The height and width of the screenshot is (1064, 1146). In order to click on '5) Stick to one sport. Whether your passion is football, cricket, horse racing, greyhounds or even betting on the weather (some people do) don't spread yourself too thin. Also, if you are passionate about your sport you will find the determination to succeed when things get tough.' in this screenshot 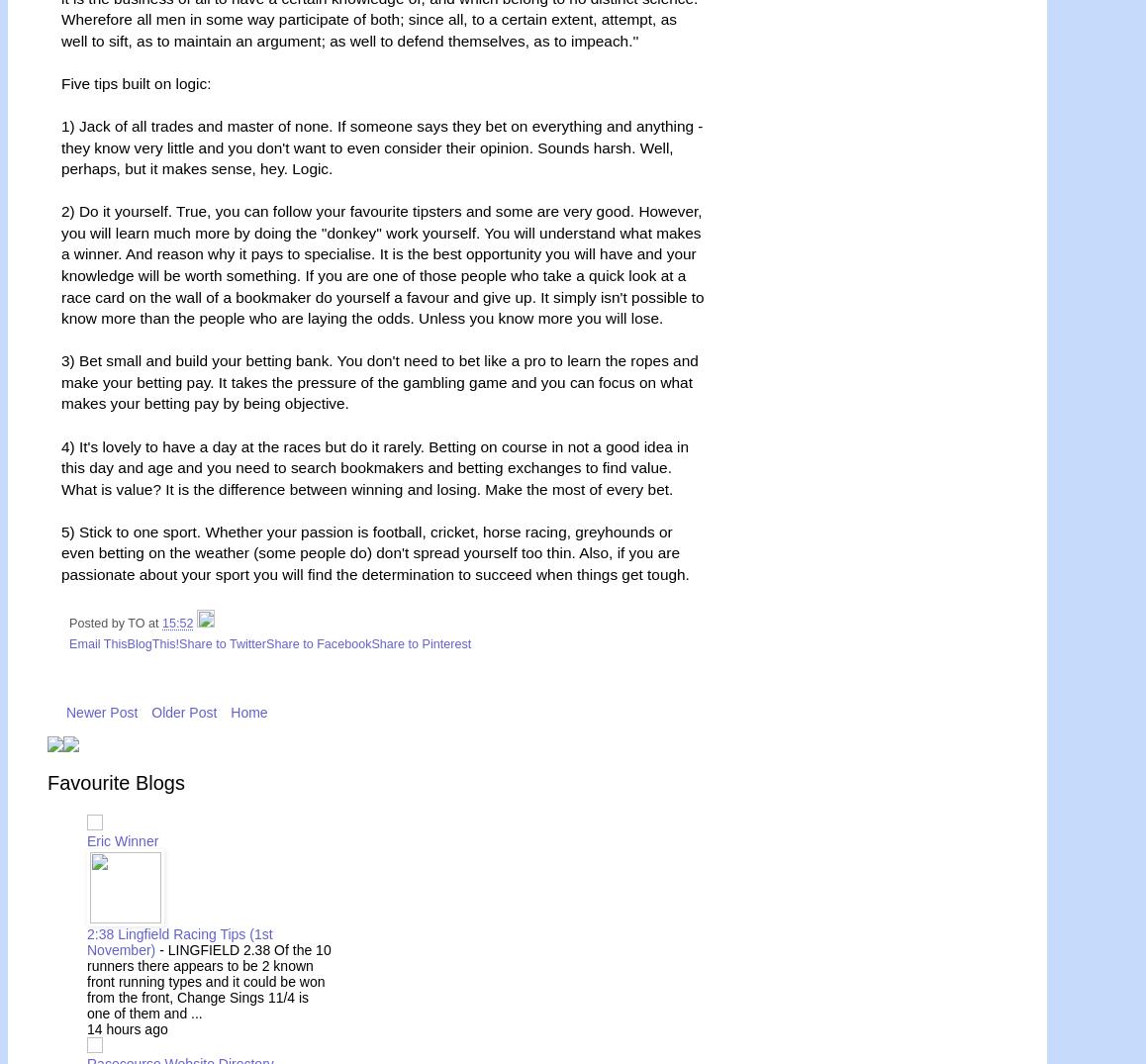, I will do `click(376, 552)`.